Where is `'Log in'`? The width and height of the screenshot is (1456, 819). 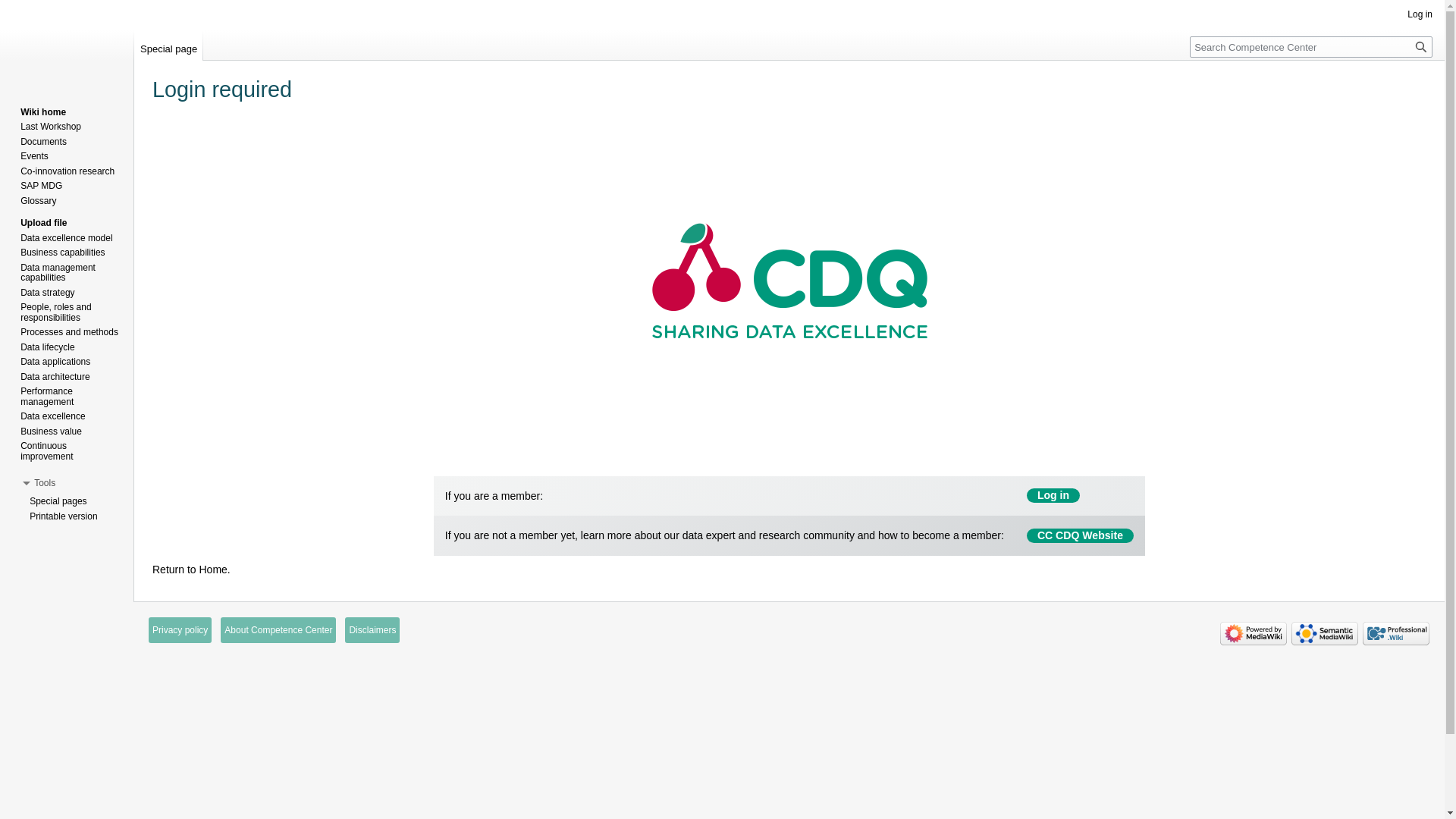 'Log in' is located at coordinates (1052, 496).